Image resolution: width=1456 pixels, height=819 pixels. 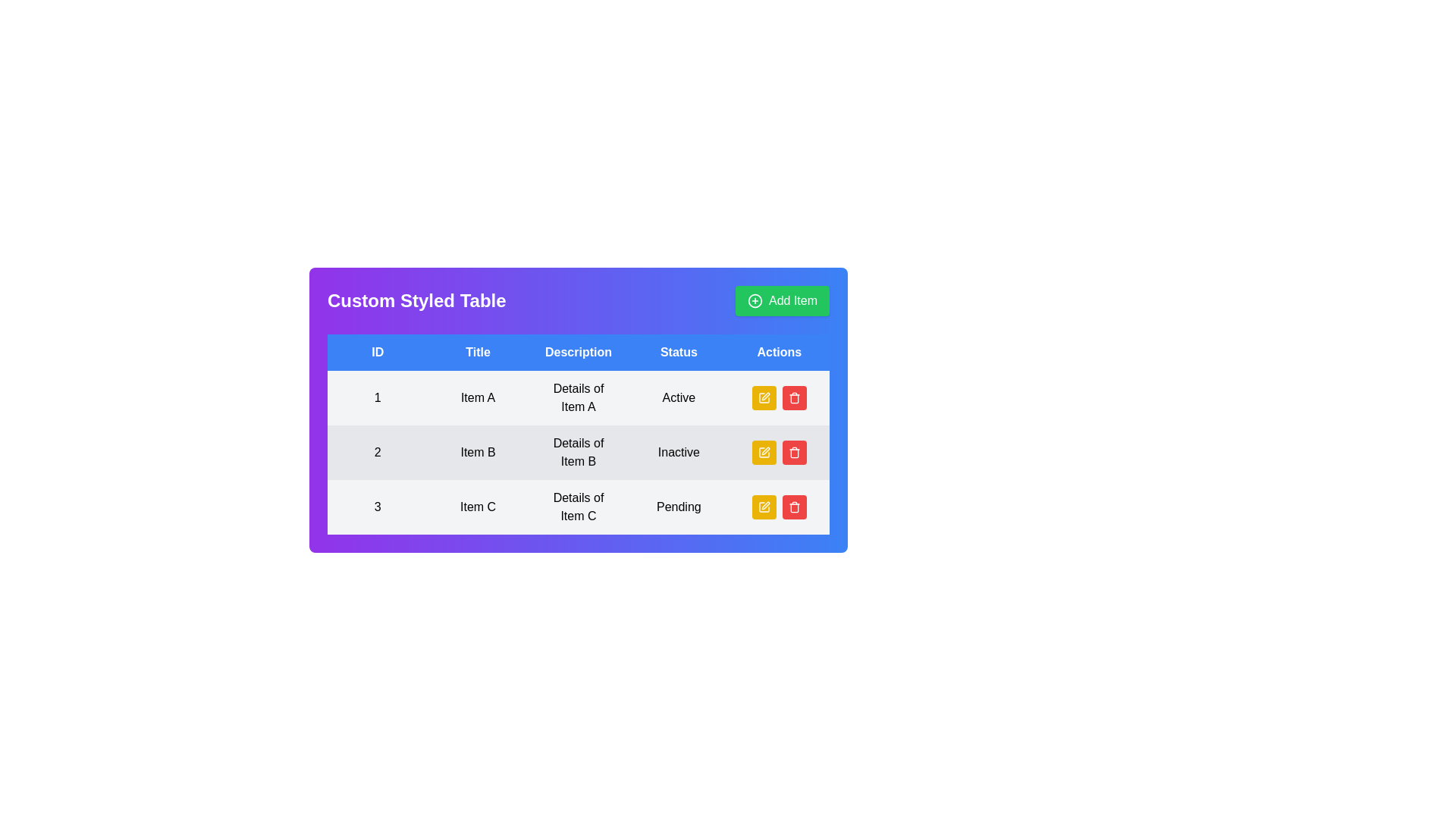 I want to click on the static text label located in the third row of the table under the 'Description' column, which is flanked by 'Item C' on the left and 'Pending' on the right, so click(x=578, y=507).